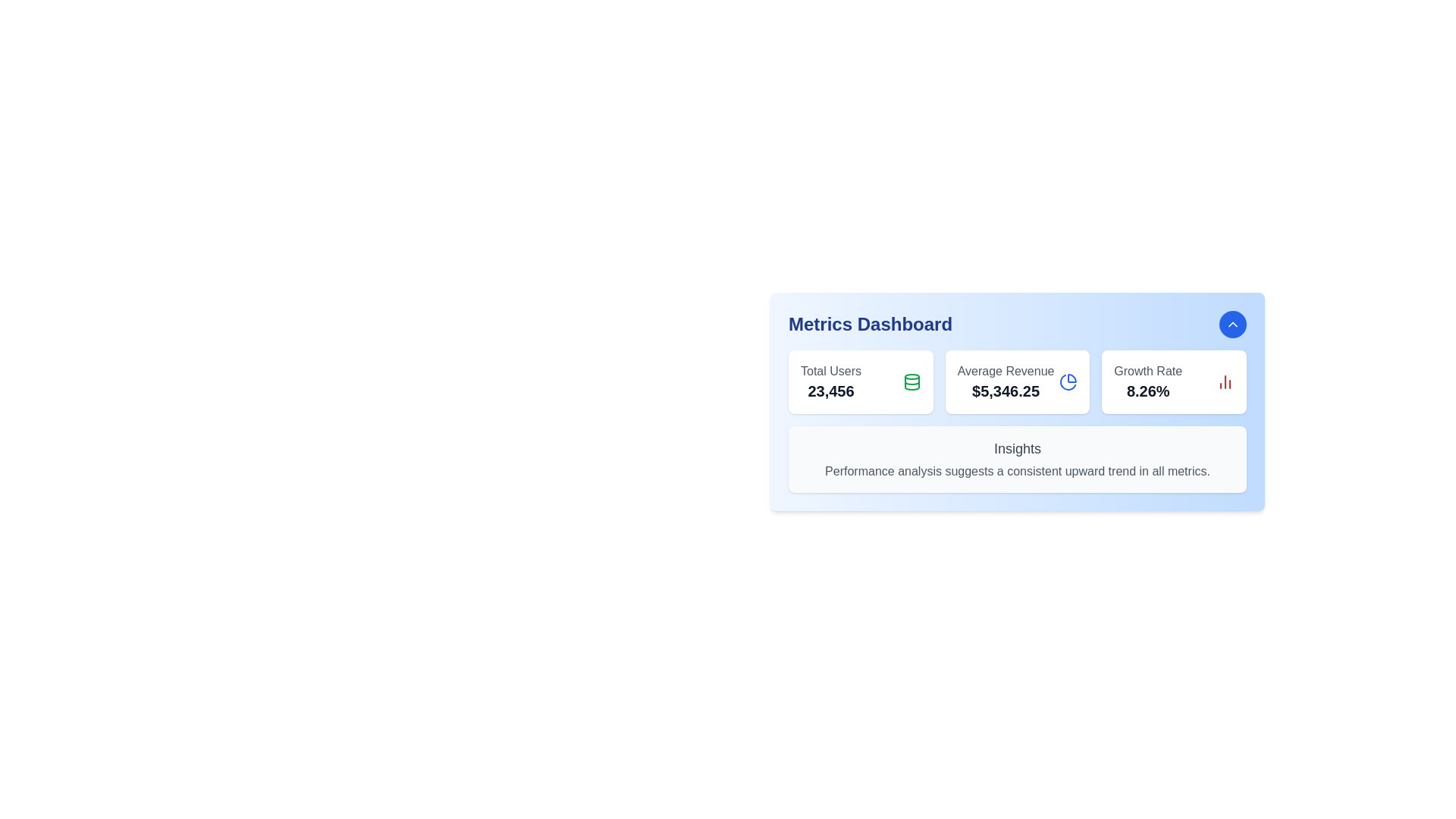 This screenshot has height=819, width=1456. Describe the element at coordinates (911, 382) in the screenshot. I see `the horizontal line segment element at the bottom of the database icon, which is part of a circular shape, for interaction` at that location.